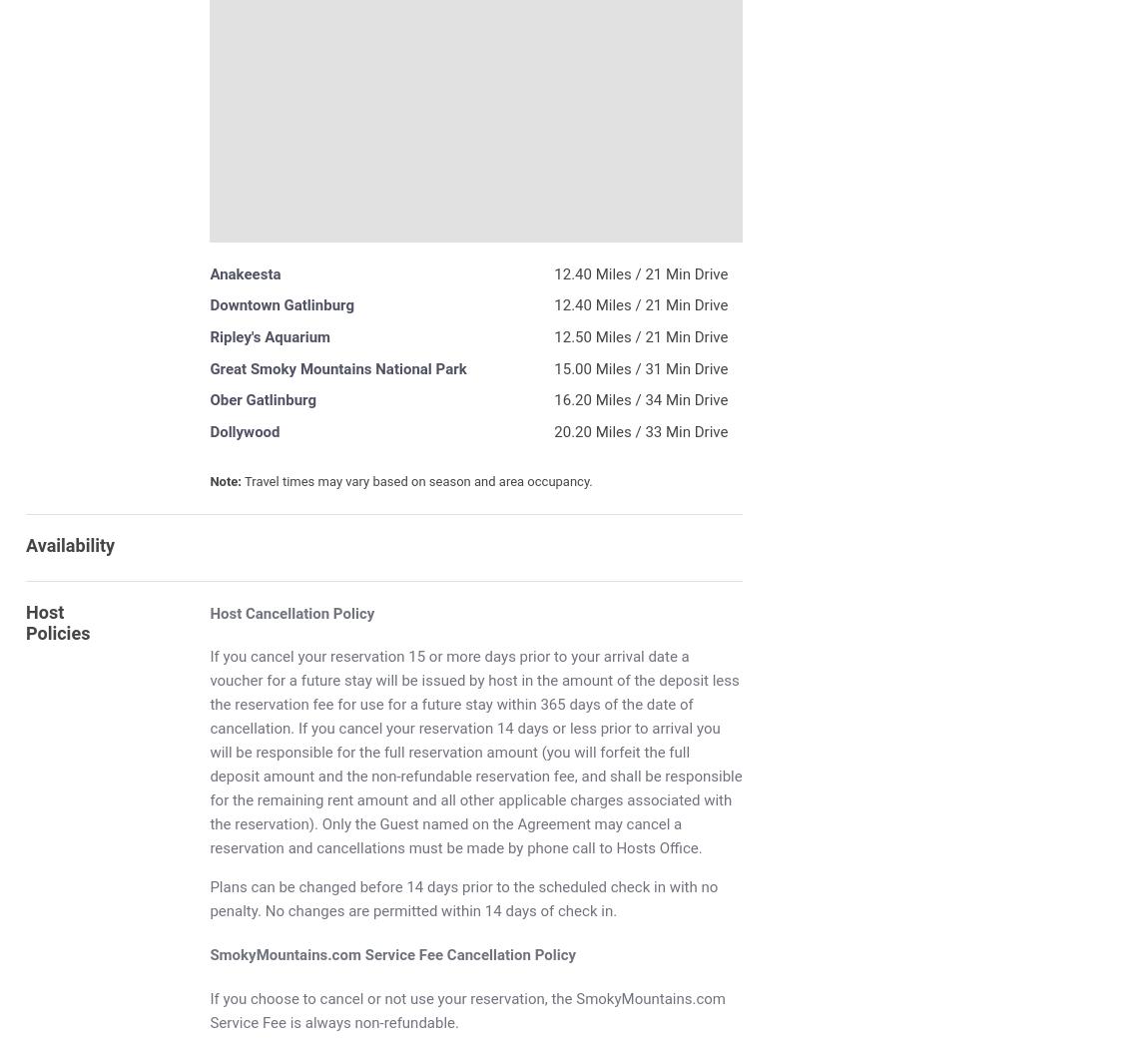 The height and width of the screenshot is (1042, 1148). Describe the element at coordinates (208, 336) in the screenshot. I see `'Ripley's Aquarium'` at that location.